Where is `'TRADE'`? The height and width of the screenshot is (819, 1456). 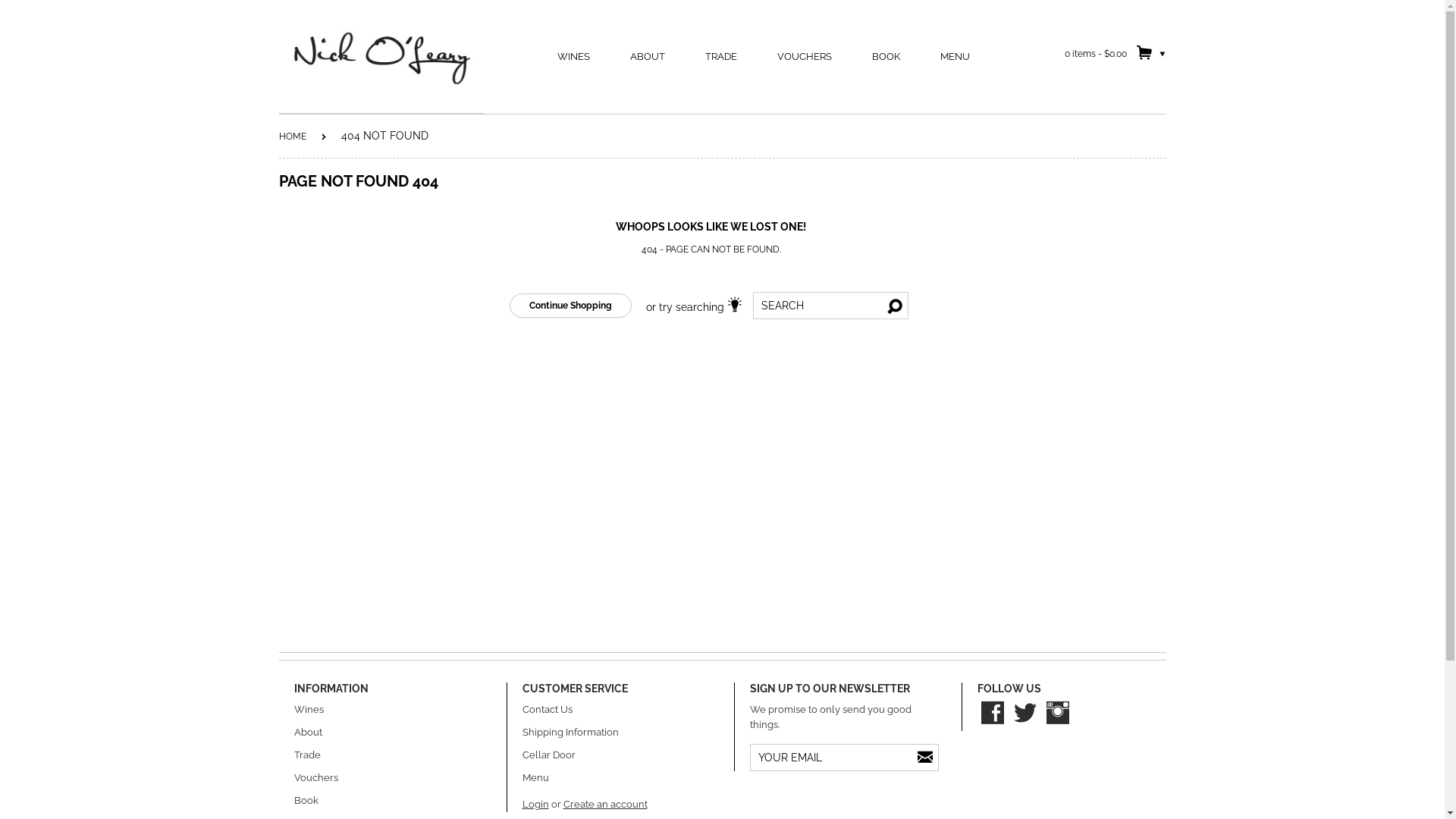
'TRADE' is located at coordinates (720, 55).